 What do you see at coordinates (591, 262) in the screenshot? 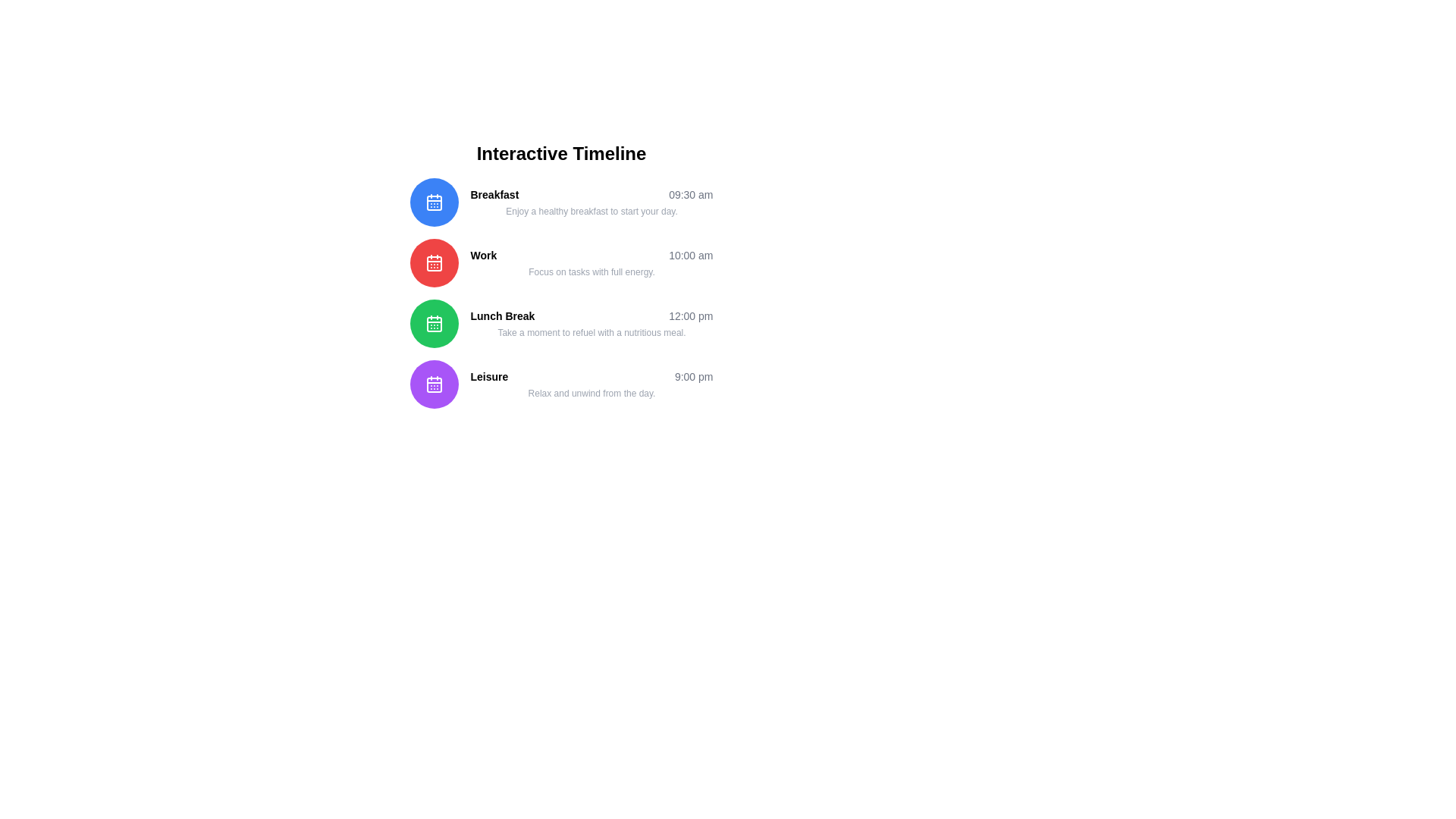
I see `the second list item containing the text 'Work' and 'Focus on tasks with full energy.'` at bounding box center [591, 262].